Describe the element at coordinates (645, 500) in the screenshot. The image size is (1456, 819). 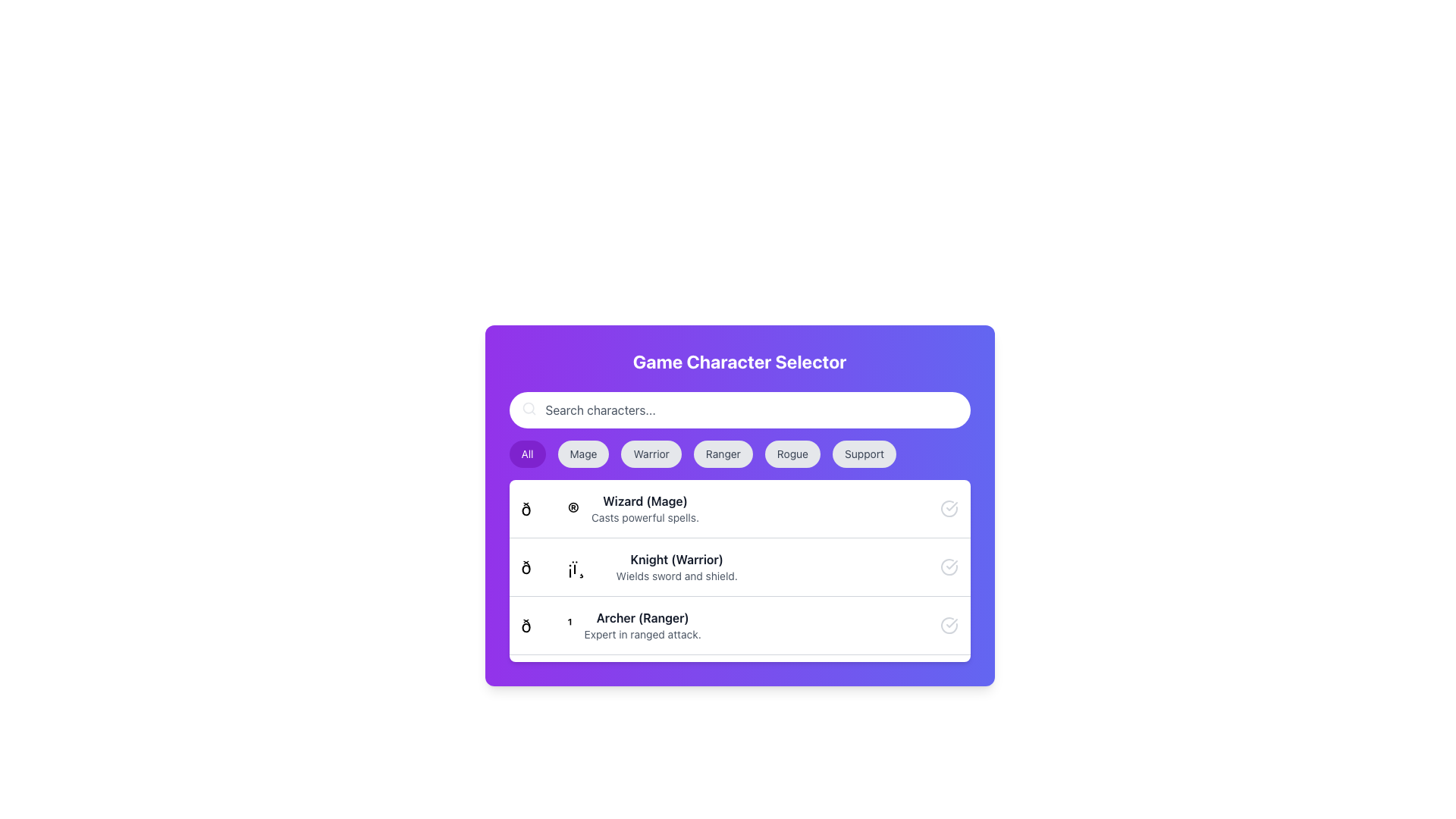
I see `the text label 'Wizard (Mage)', which is styled in bold black font and is the first item in a vertical list` at that location.